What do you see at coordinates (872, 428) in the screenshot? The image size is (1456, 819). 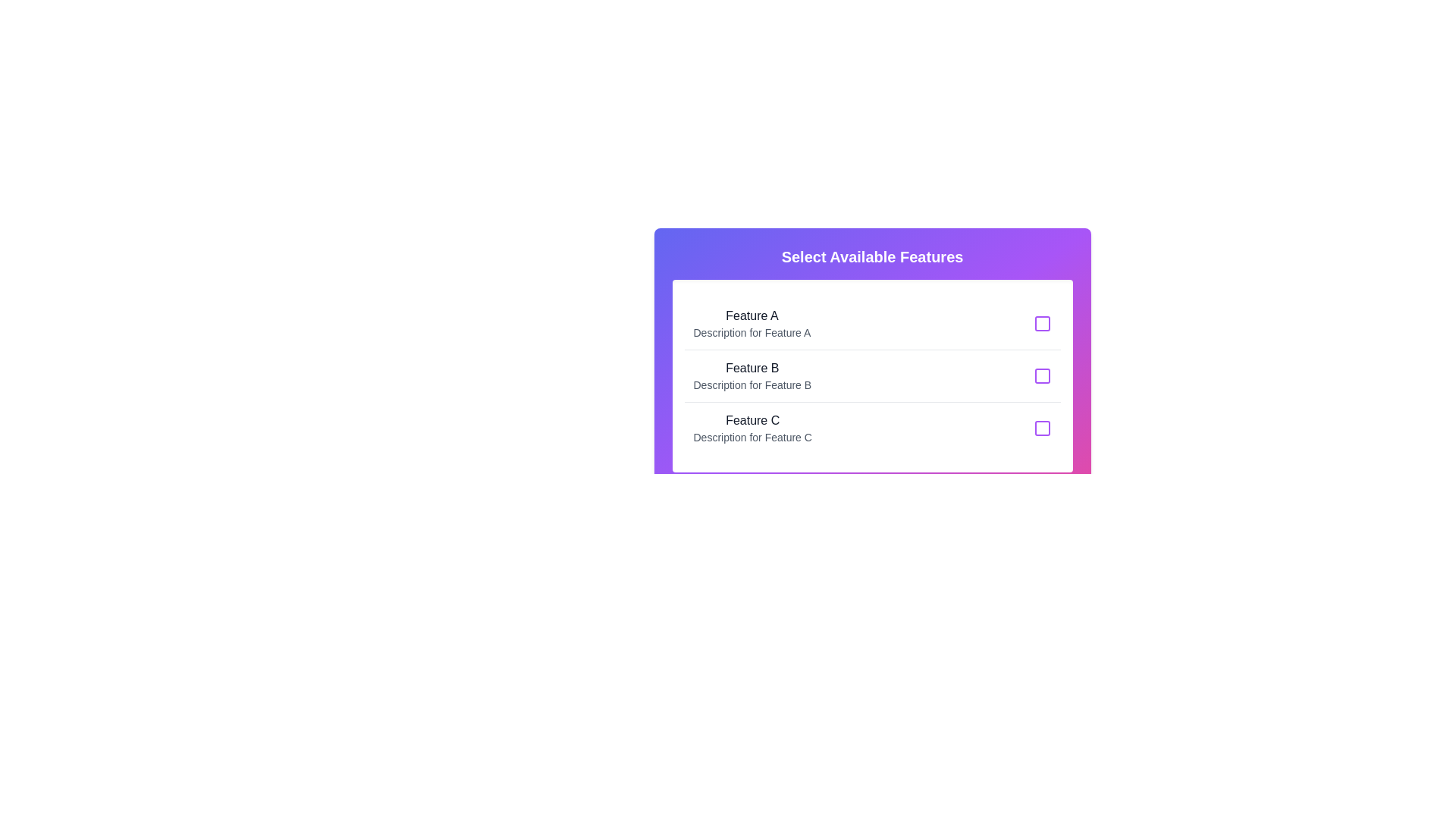 I see `the row labeled 'Feature C' with its corresponding checkbox` at bounding box center [872, 428].